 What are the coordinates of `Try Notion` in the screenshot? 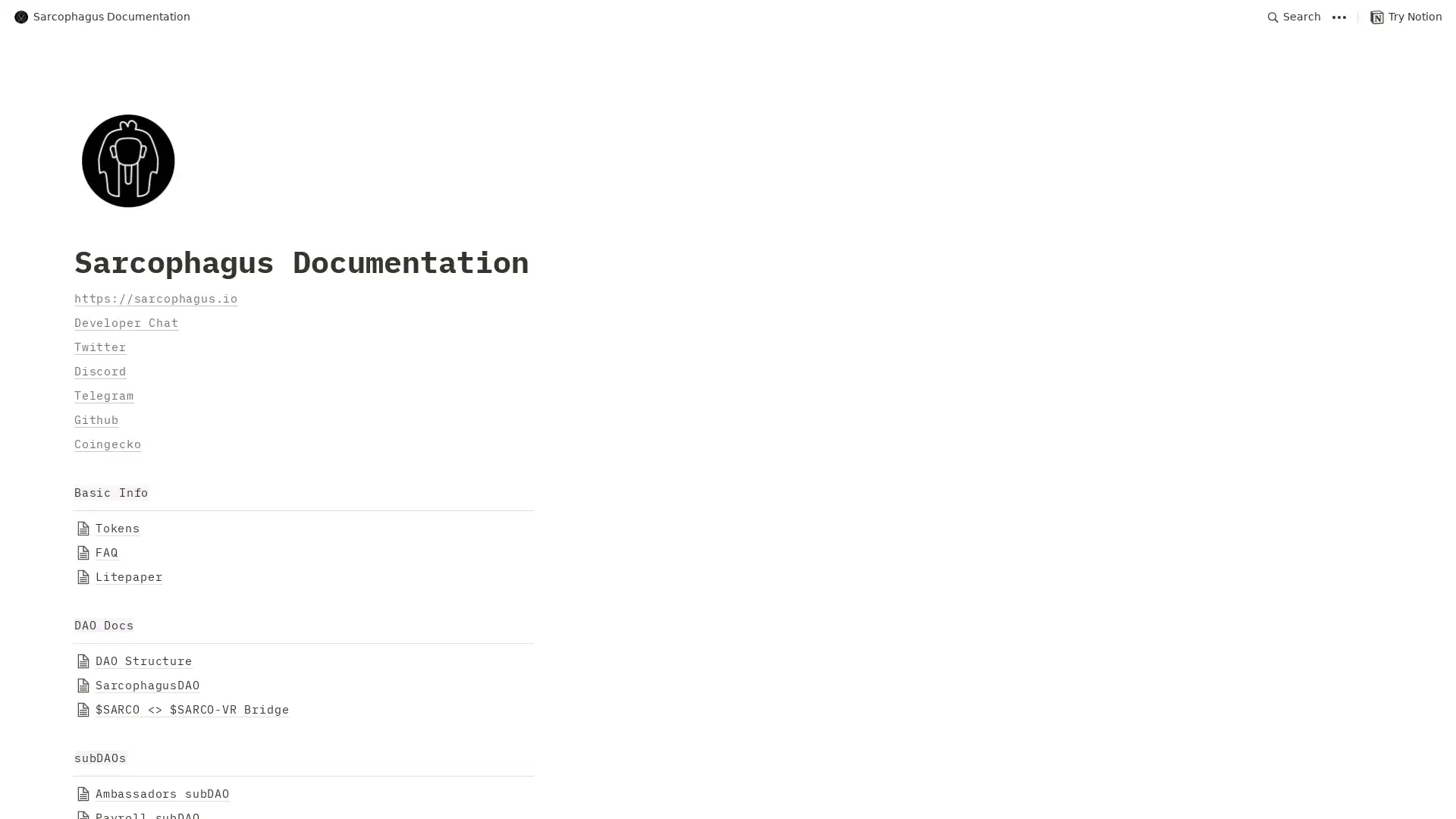 It's located at (1405, 17).